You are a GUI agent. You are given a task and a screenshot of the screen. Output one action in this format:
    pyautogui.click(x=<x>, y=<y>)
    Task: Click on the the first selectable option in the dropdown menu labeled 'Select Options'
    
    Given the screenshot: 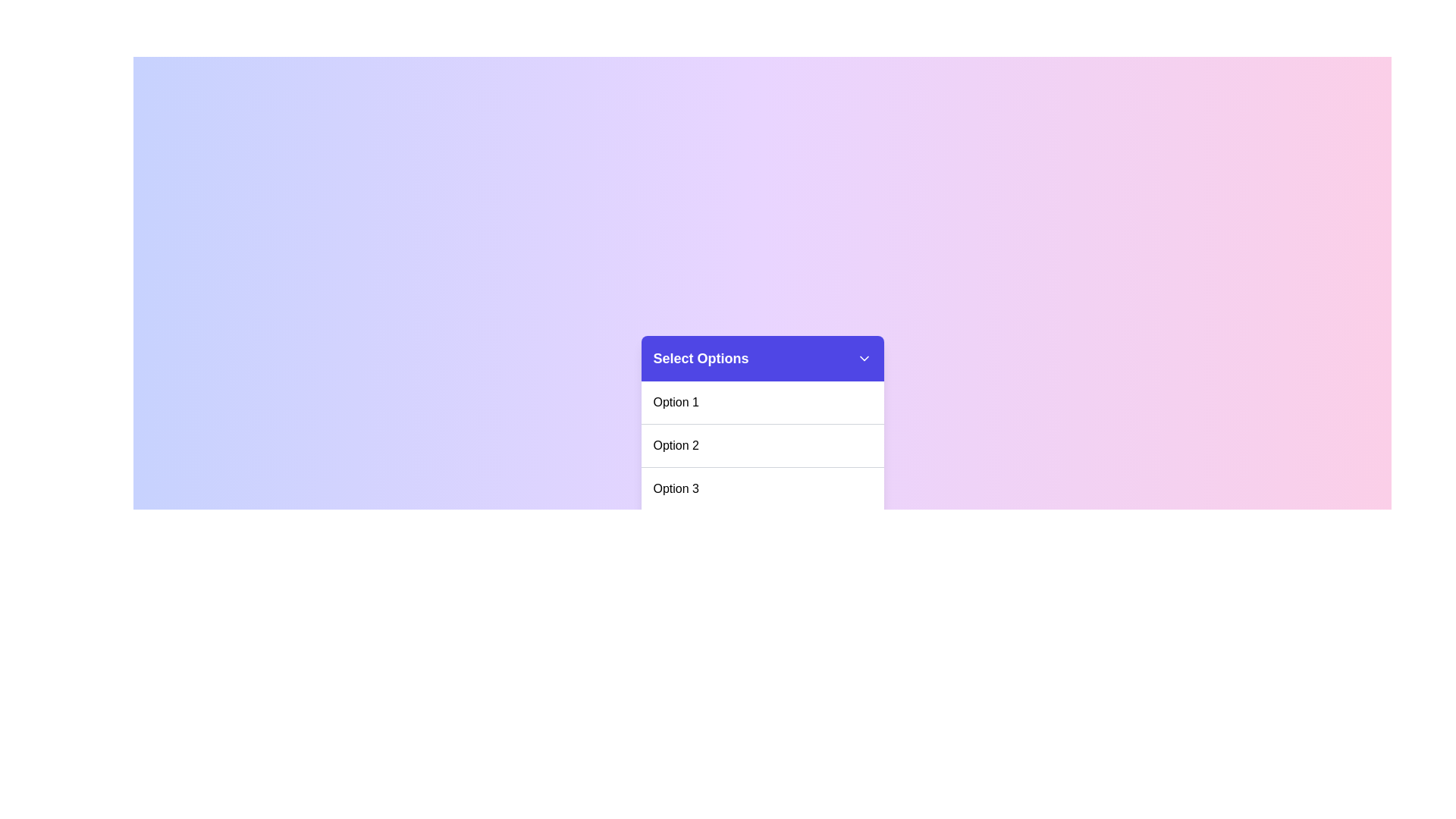 What is the action you would take?
    pyautogui.click(x=675, y=402)
    